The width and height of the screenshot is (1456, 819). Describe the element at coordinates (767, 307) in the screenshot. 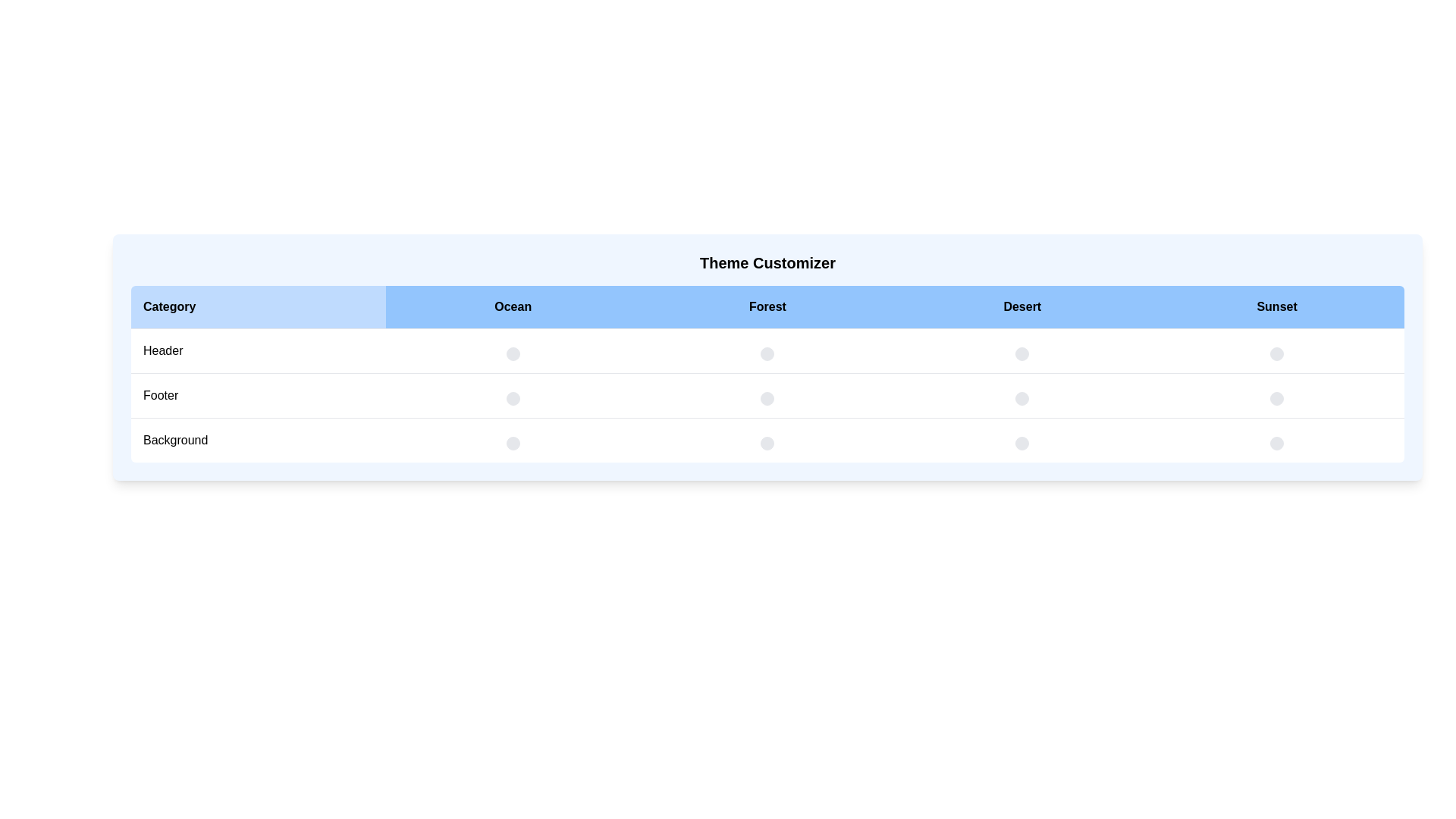

I see `the third table header cell labeled 'Forest', which is located between the 'Ocean' and 'Desert' headers` at that location.